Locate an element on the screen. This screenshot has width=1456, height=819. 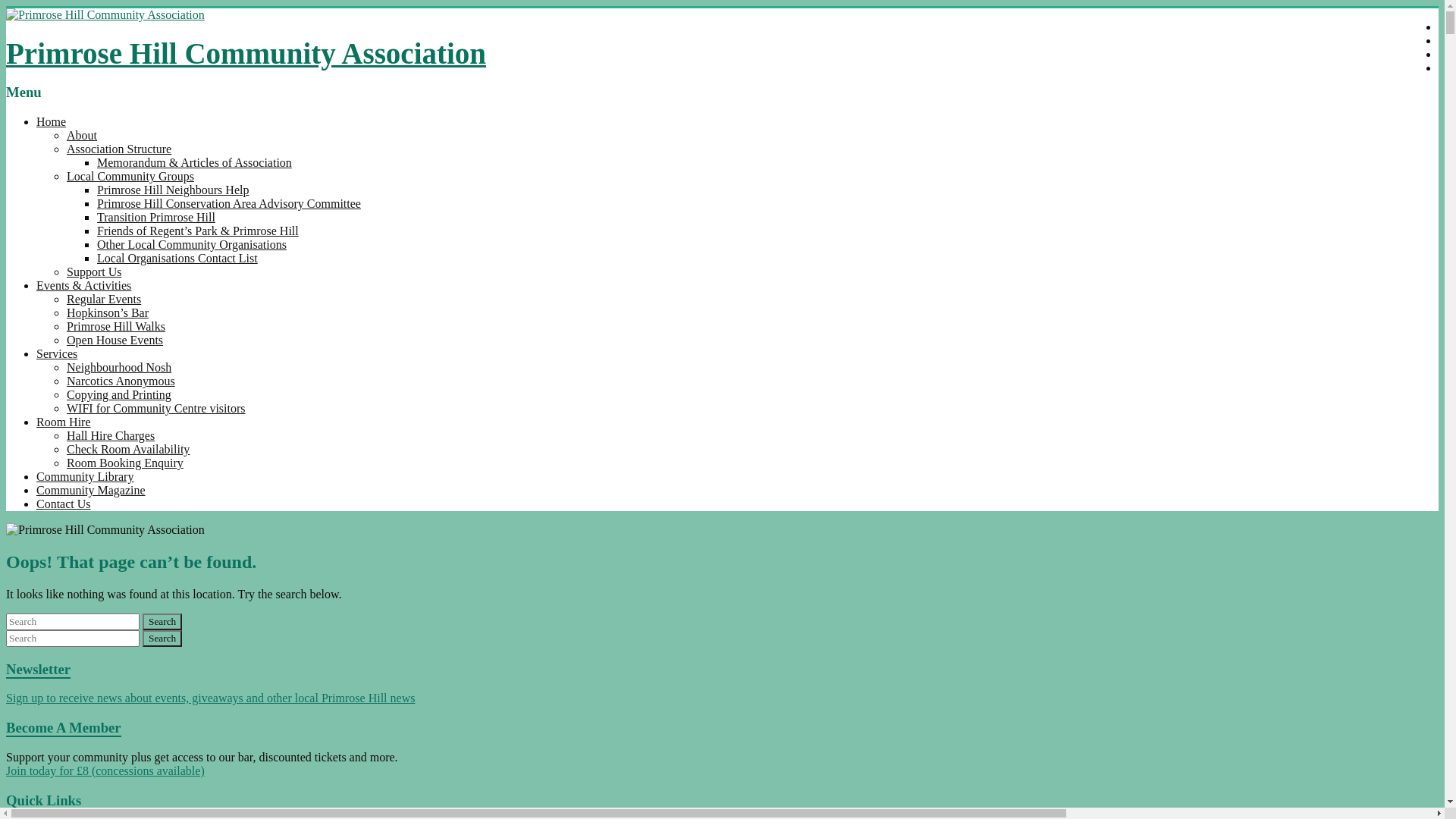
'Primrose Hill Walks' is located at coordinates (115, 325).